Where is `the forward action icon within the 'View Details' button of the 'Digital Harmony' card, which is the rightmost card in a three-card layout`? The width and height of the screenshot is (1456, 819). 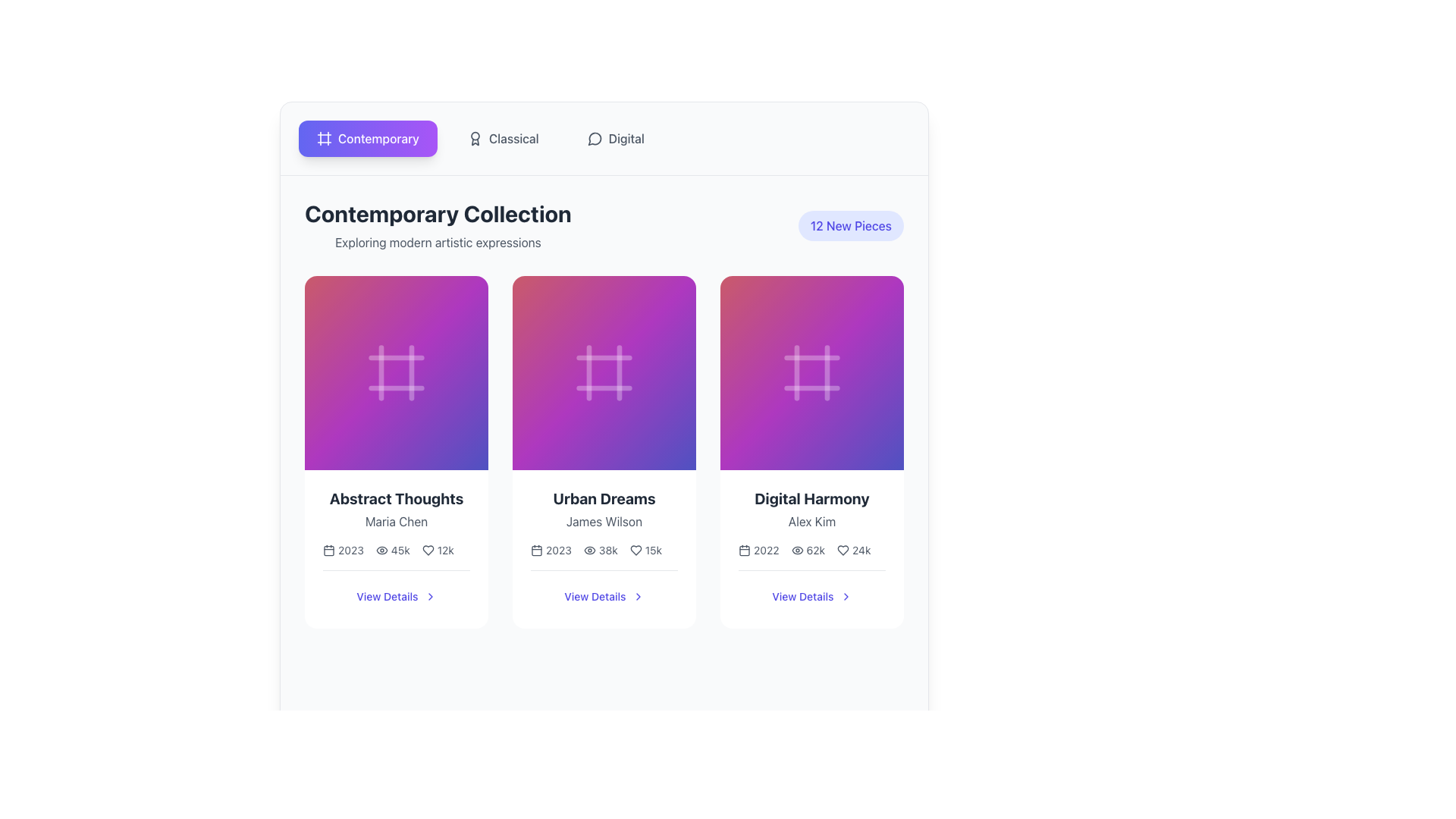 the forward action icon within the 'View Details' button of the 'Digital Harmony' card, which is the rightmost card in a three-card layout is located at coordinates (845, 595).